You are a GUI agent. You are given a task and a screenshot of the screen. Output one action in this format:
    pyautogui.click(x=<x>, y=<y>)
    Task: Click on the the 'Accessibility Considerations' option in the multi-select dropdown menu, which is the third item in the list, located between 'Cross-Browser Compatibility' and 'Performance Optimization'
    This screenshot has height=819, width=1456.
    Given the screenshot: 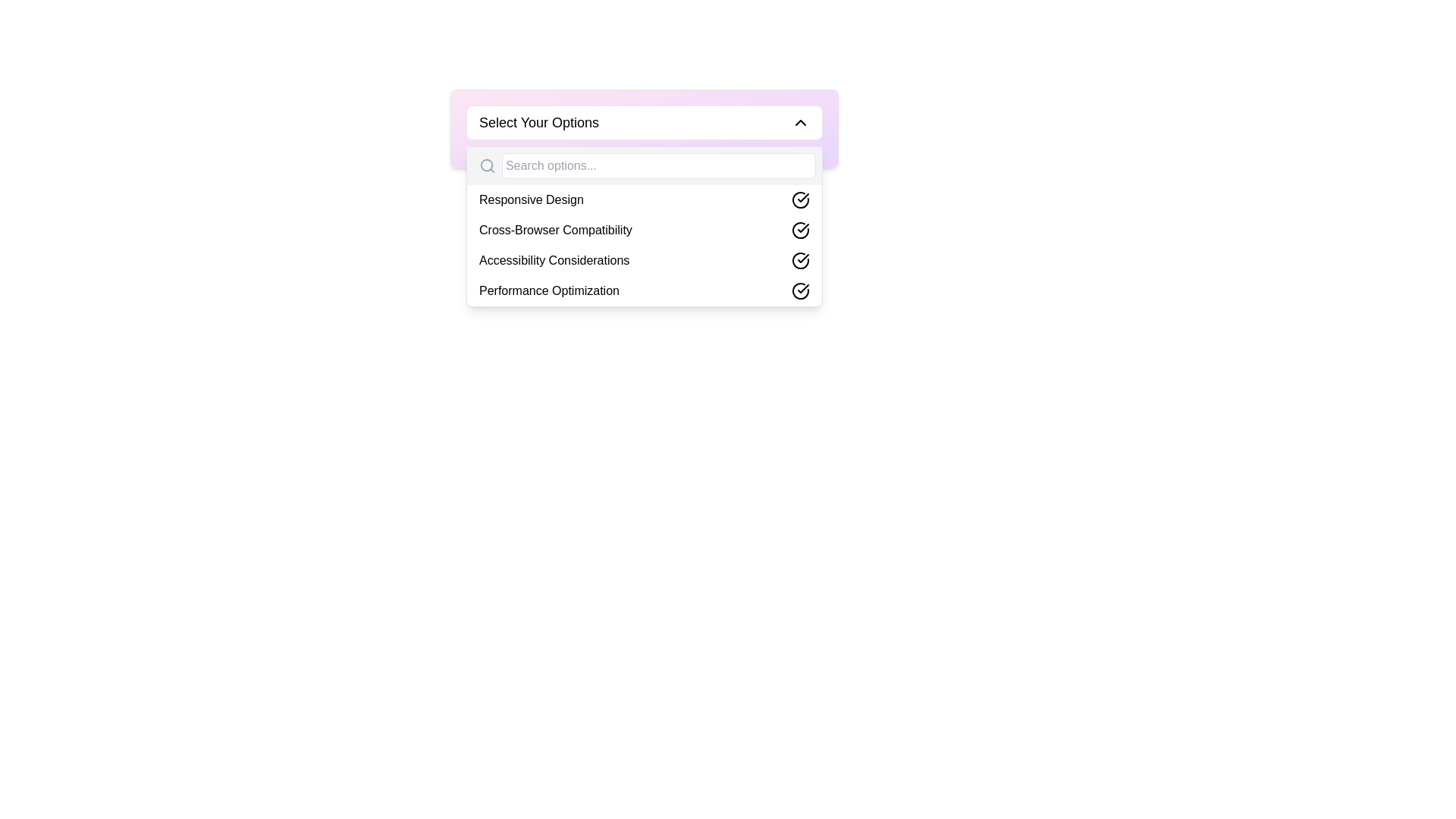 What is the action you would take?
    pyautogui.click(x=644, y=259)
    